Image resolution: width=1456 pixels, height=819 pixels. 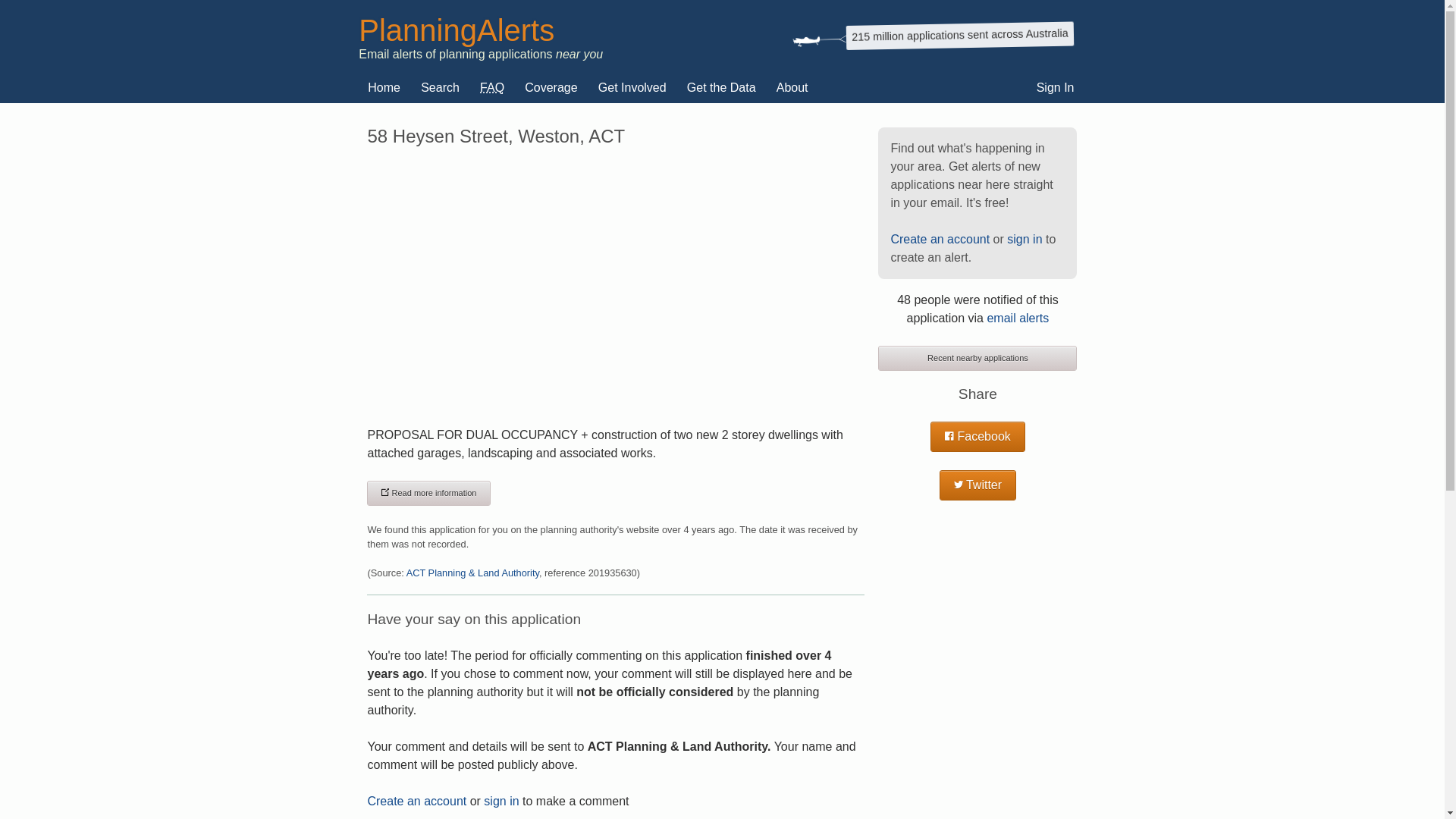 I want to click on 'Get Involved', so click(x=632, y=87).